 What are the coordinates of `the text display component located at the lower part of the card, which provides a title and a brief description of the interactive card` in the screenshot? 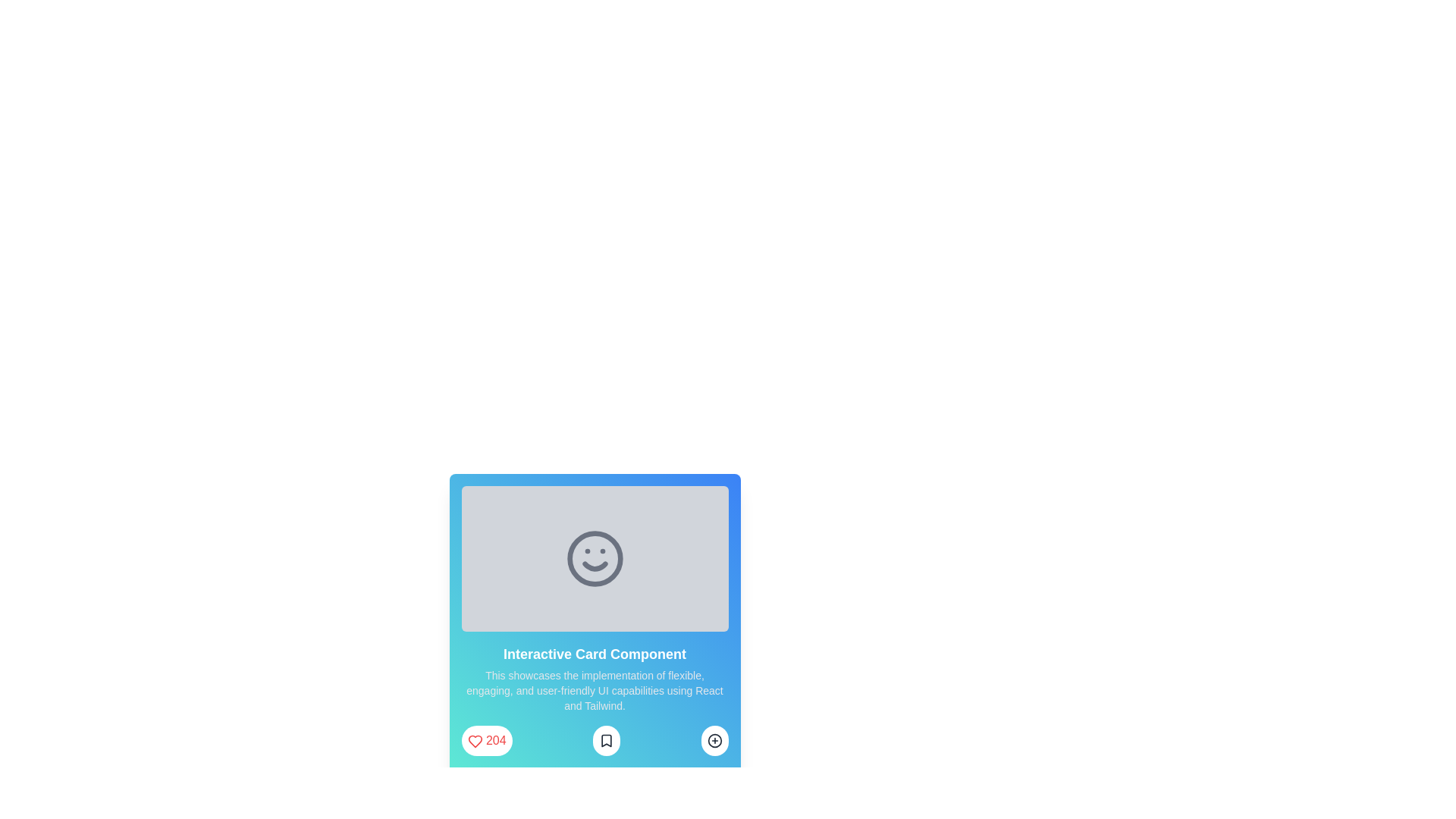 It's located at (594, 677).